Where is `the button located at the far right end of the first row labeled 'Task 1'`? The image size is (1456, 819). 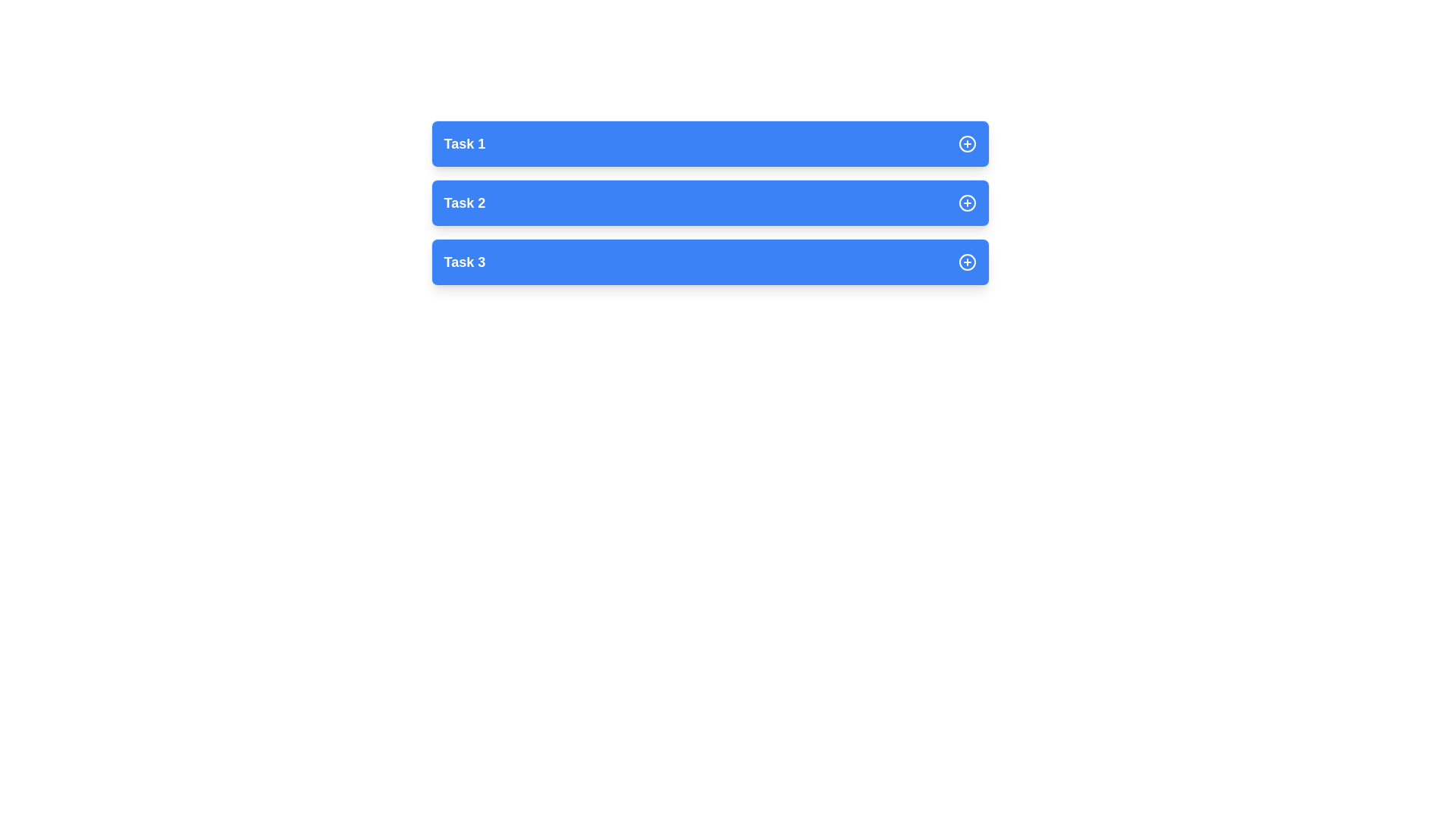 the button located at the far right end of the first row labeled 'Task 1' is located at coordinates (966, 143).